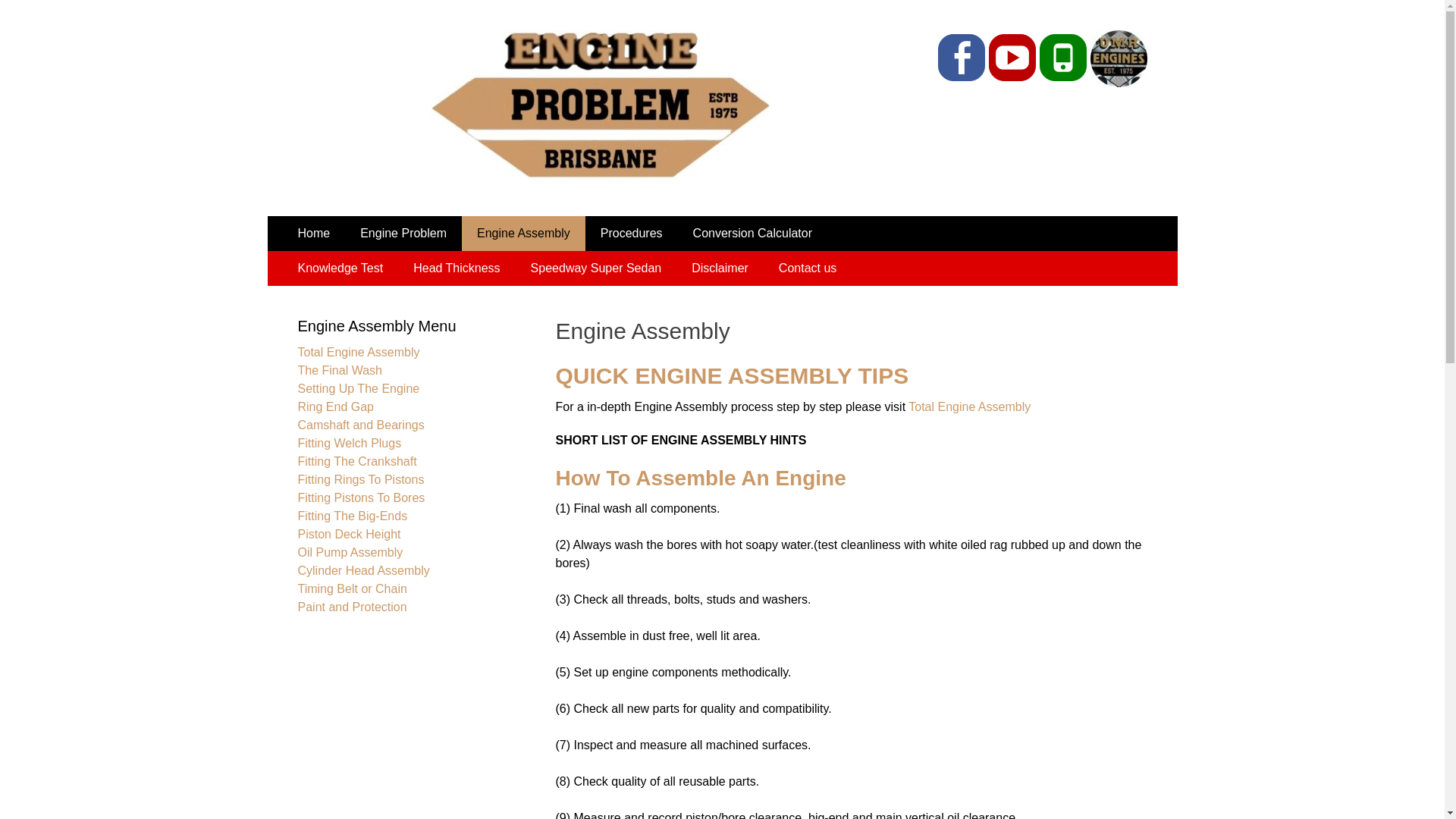  What do you see at coordinates (1086, 83) in the screenshot?
I see `'UMR Engines'` at bounding box center [1086, 83].